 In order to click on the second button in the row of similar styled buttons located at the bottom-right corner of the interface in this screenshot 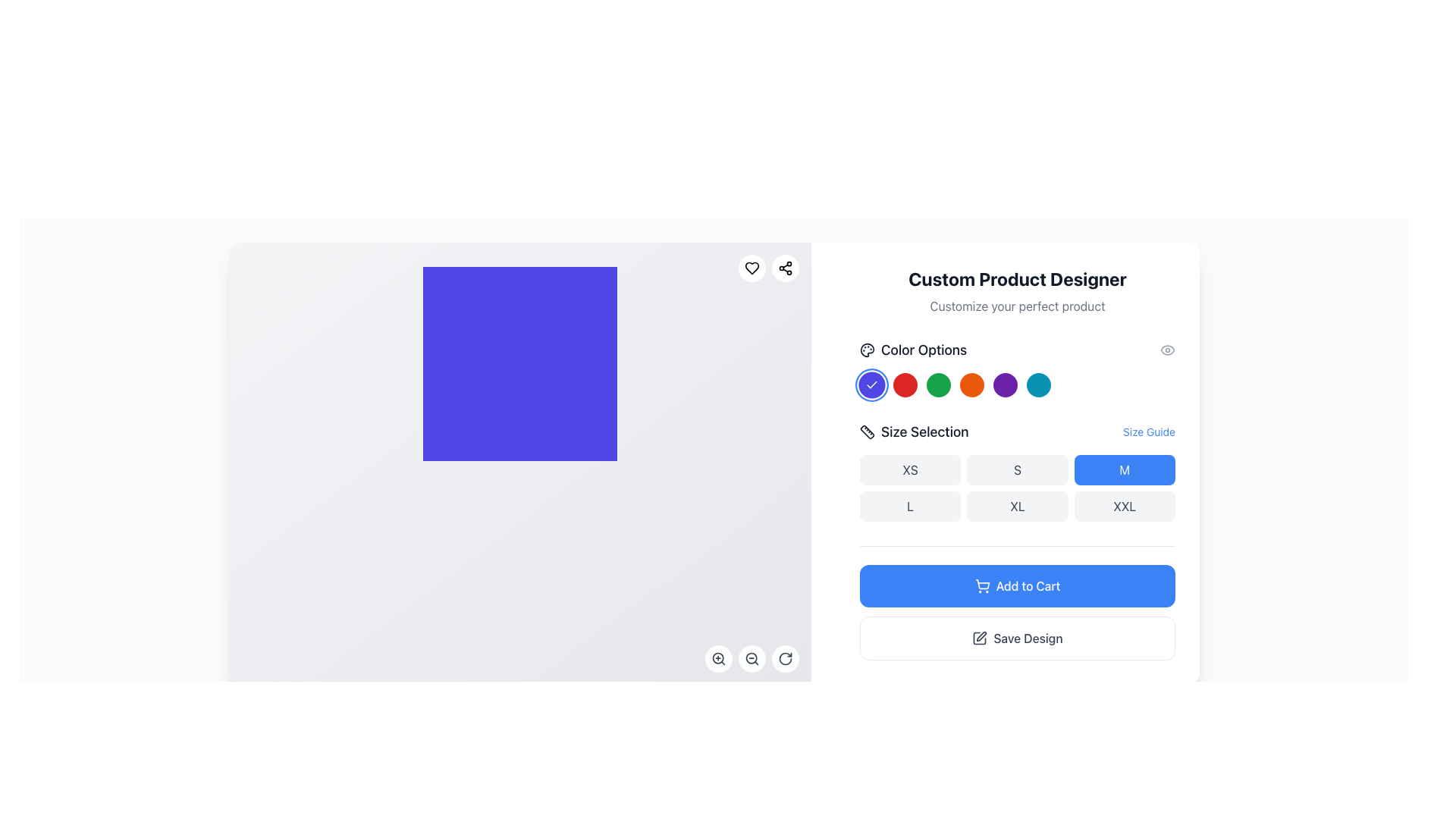, I will do `click(752, 657)`.